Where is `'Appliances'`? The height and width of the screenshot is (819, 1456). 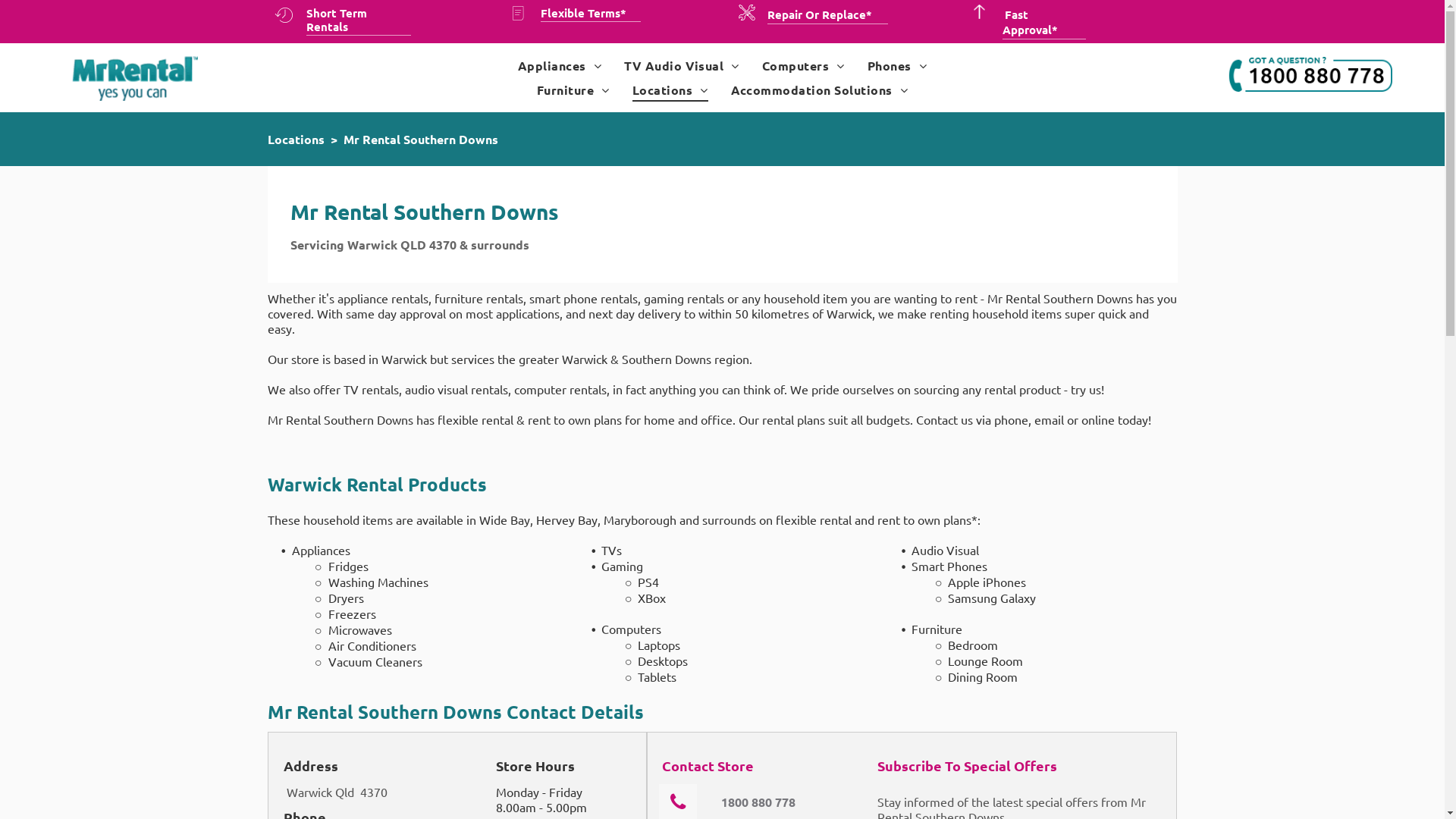 'Appliances' is located at coordinates (559, 64).